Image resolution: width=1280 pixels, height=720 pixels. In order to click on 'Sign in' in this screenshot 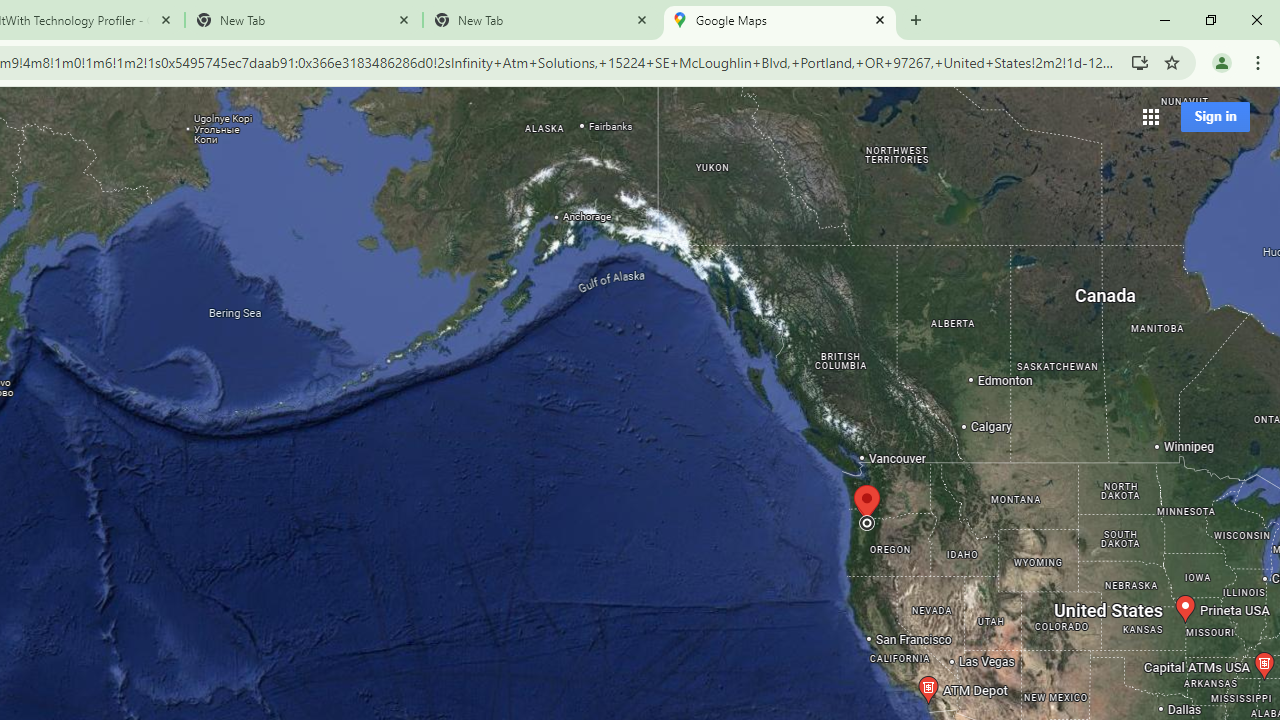, I will do `click(1214, 116)`.